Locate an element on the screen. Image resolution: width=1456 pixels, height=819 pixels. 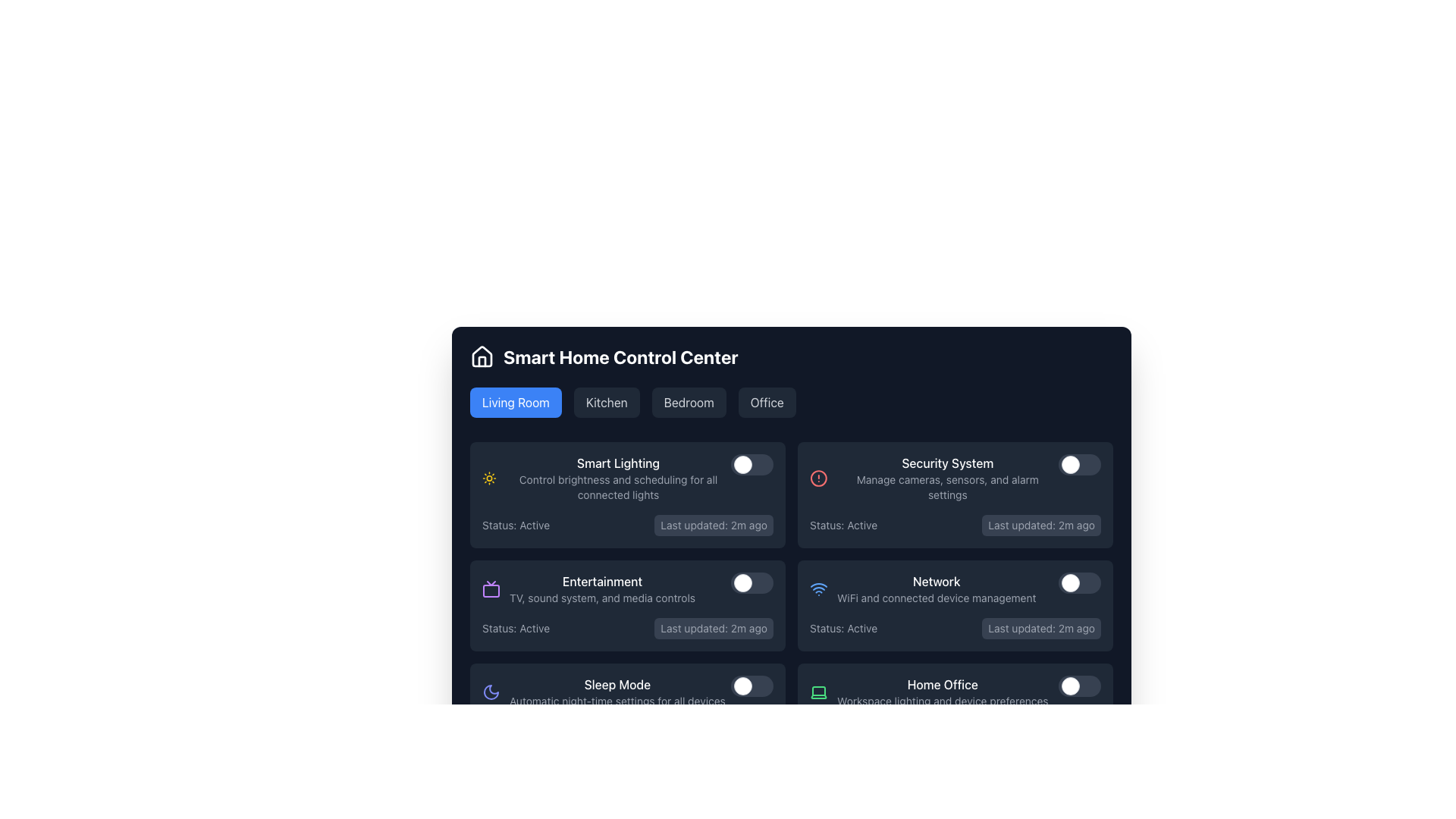
the text block that describes the 'Home Office' section, which provides information about workspace lighting and device preferences is located at coordinates (942, 692).